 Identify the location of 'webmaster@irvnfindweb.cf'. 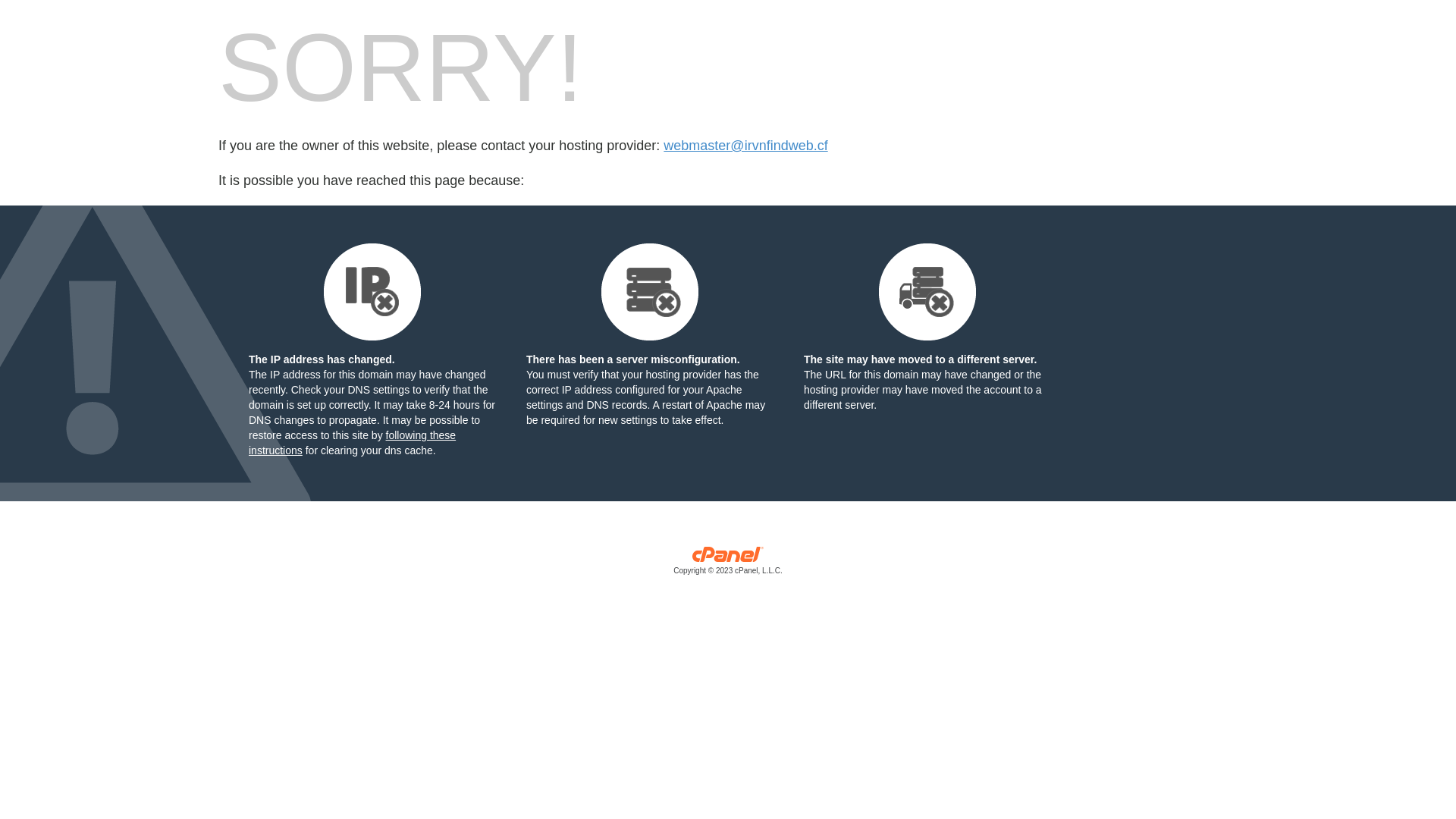
(745, 146).